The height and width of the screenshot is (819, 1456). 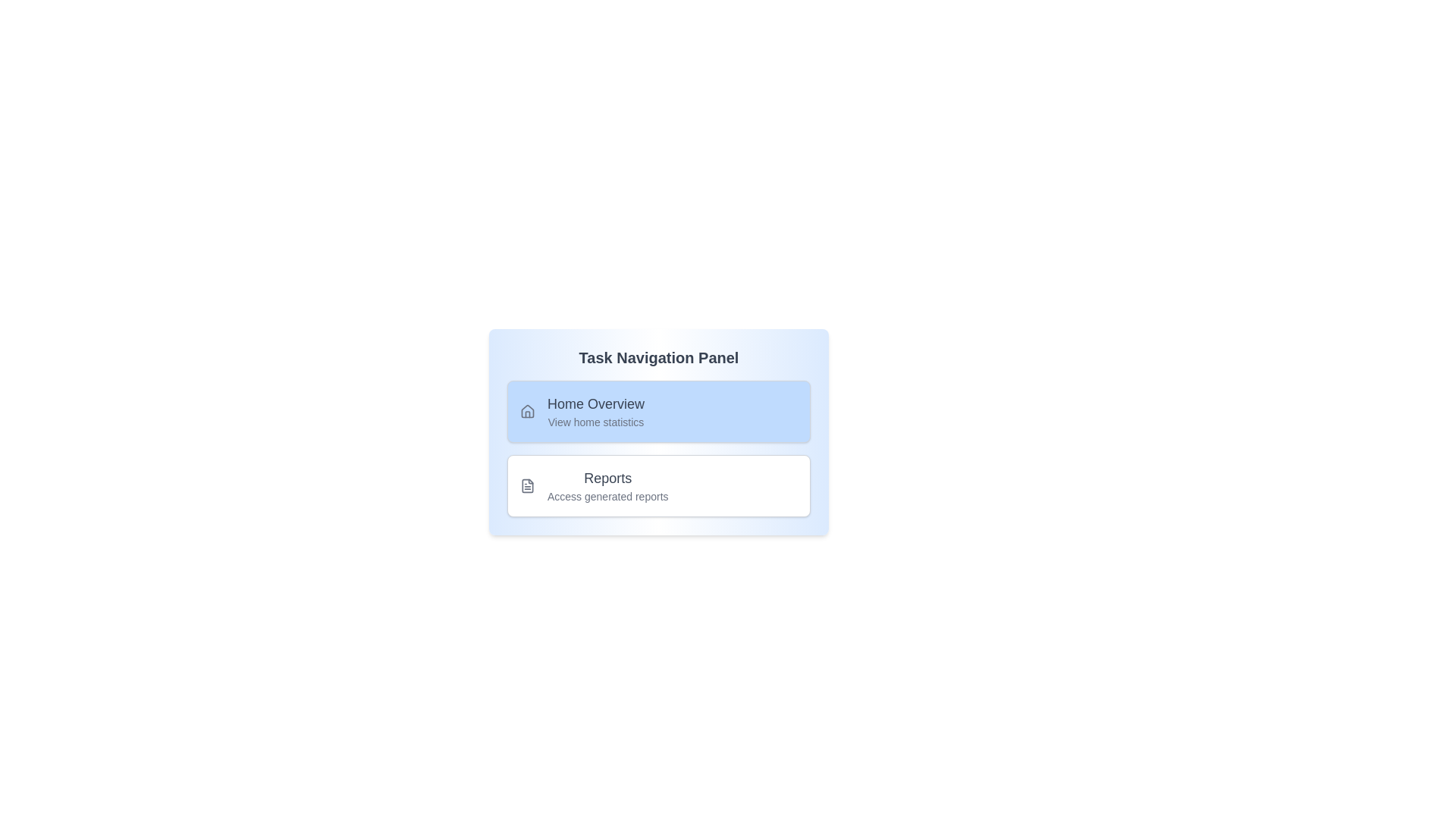 What do you see at coordinates (658, 412) in the screenshot?
I see `the task Home Overview to display its details` at bounding box center [658, 412].